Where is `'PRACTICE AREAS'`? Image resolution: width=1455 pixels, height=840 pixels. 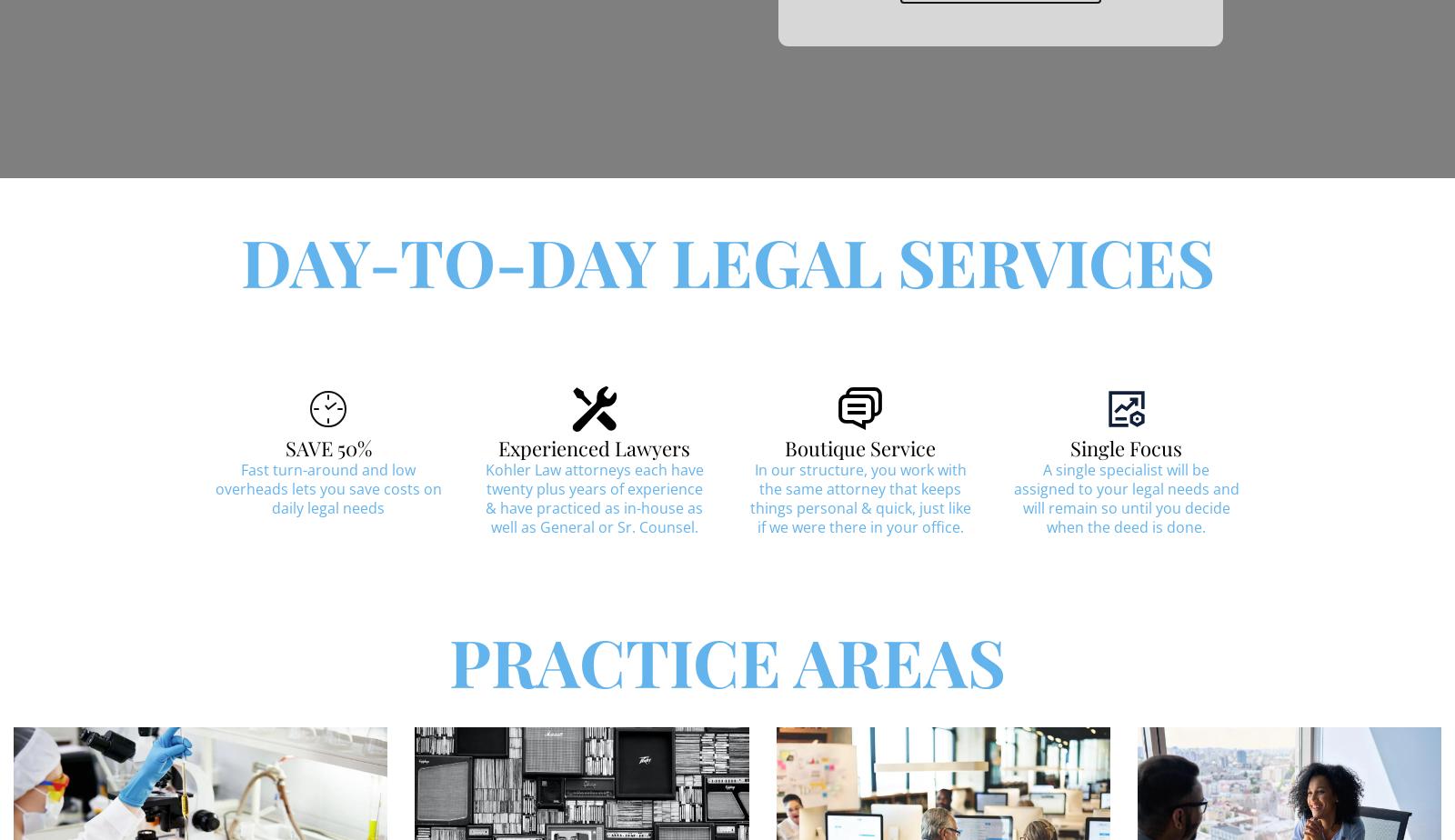
'PRACTICE AREAS' is located at coordinates (727, 661).